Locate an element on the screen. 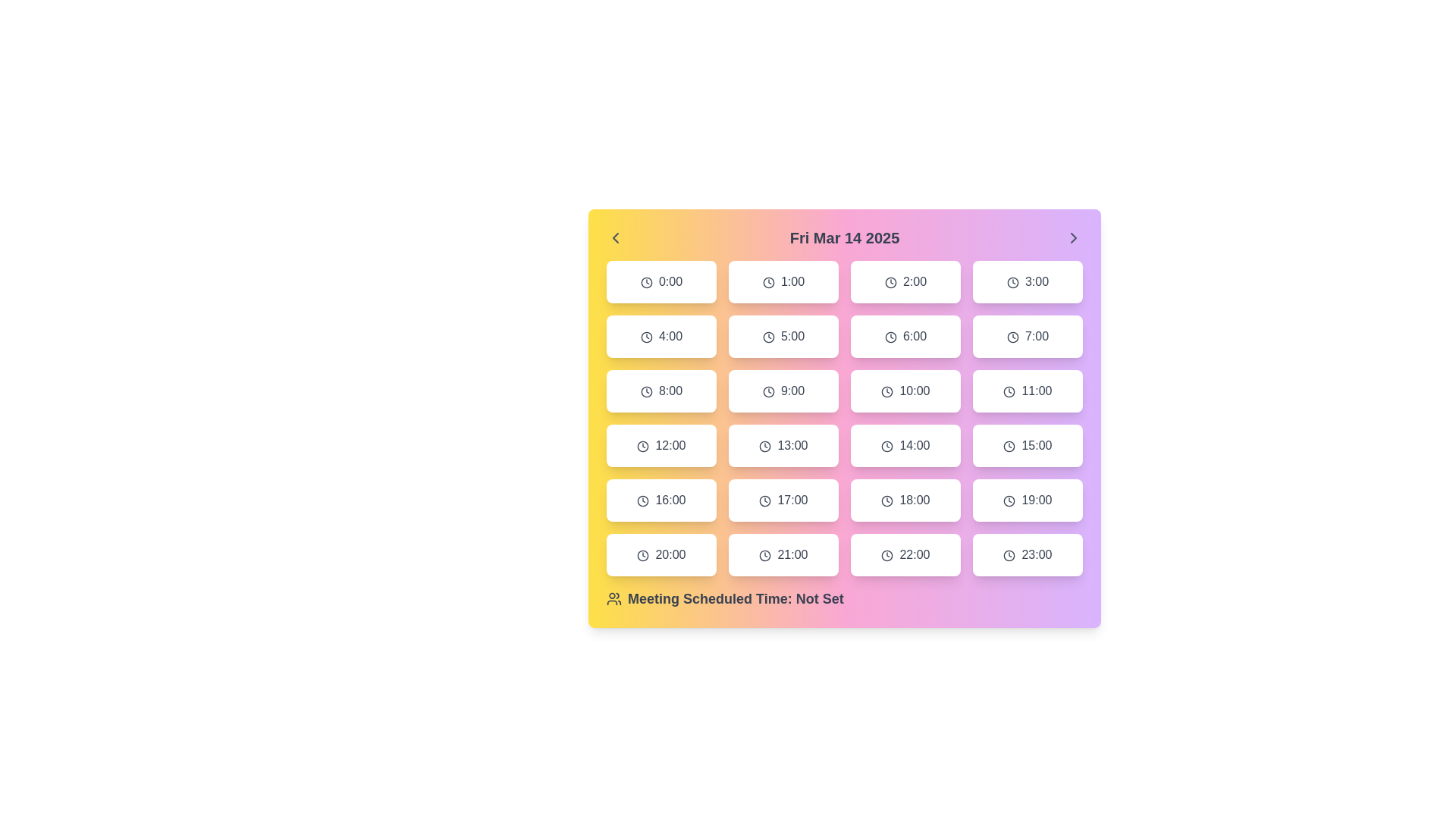  the clock icon, which is a simple outline style clock positioned before the '22:00' text in the lower central part of the grid interface, for time identification is located at coordinates (887, 555).